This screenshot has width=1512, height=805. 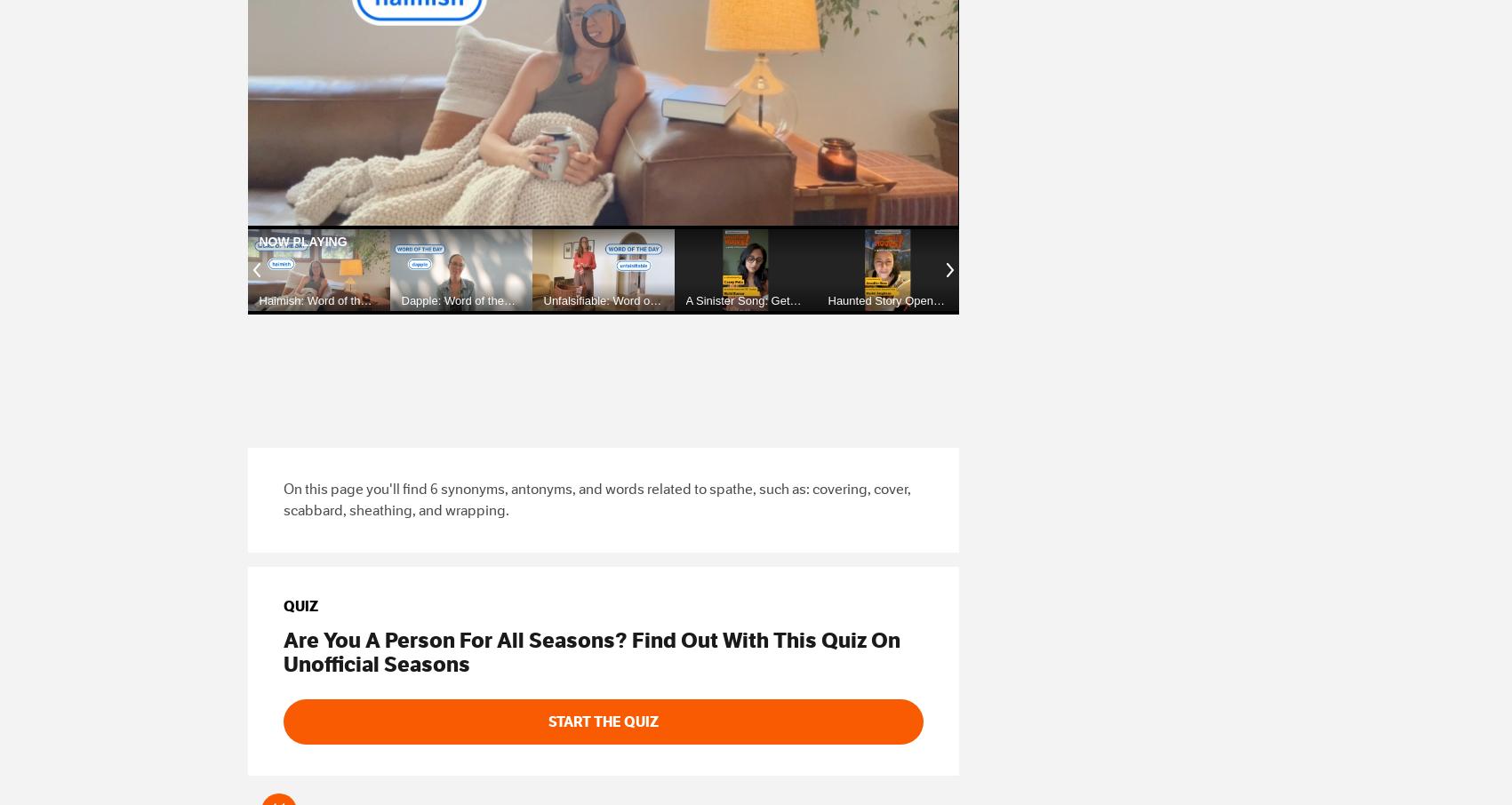 I want to click on 'A Sinister Song: Get Creeped Out By This Haunting Story Opener!', so click(x=739, y=320).